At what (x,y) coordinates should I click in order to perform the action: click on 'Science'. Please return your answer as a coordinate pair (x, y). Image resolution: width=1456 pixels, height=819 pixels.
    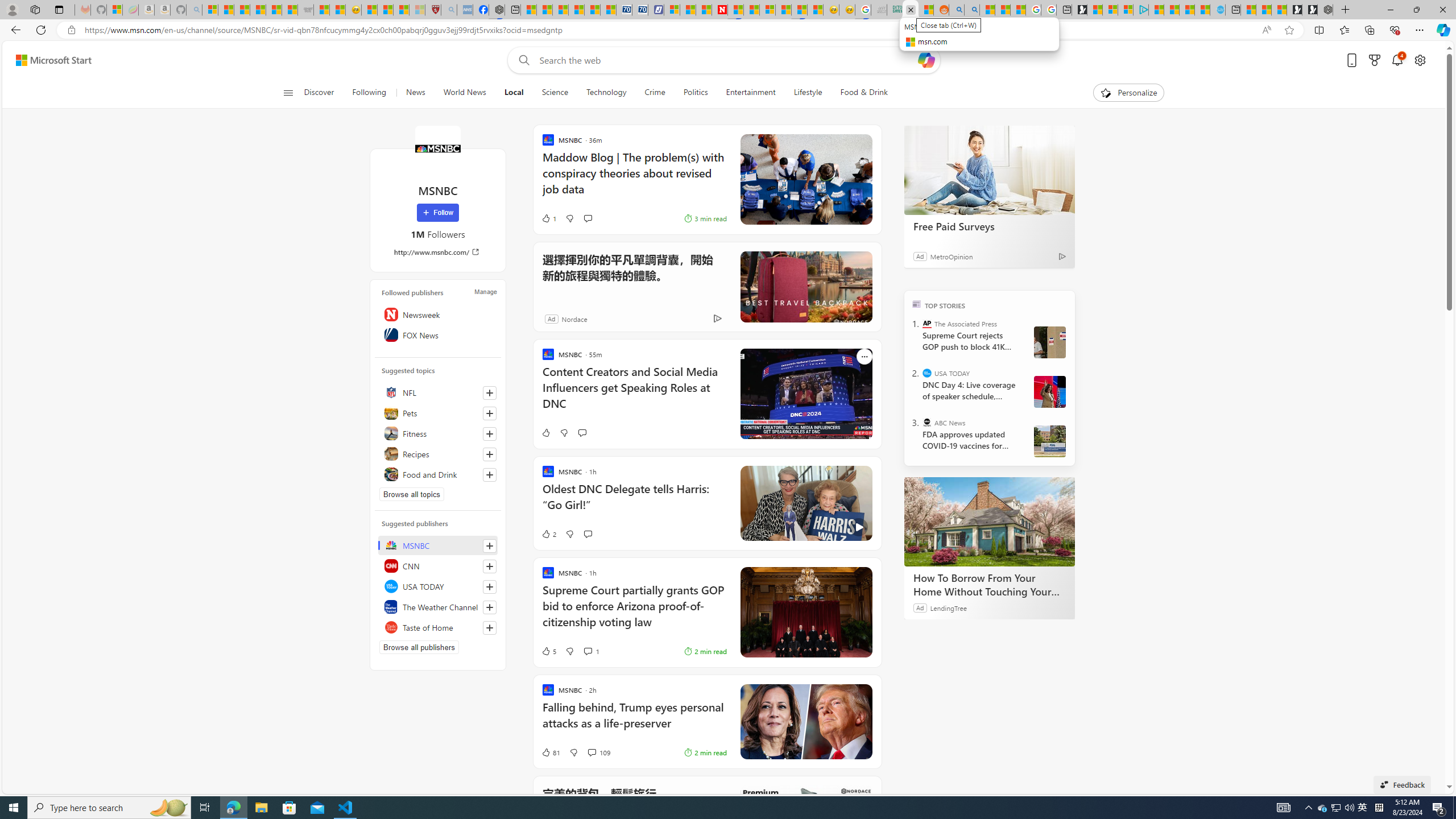
    Looking at the image, I should click on (554, 92).